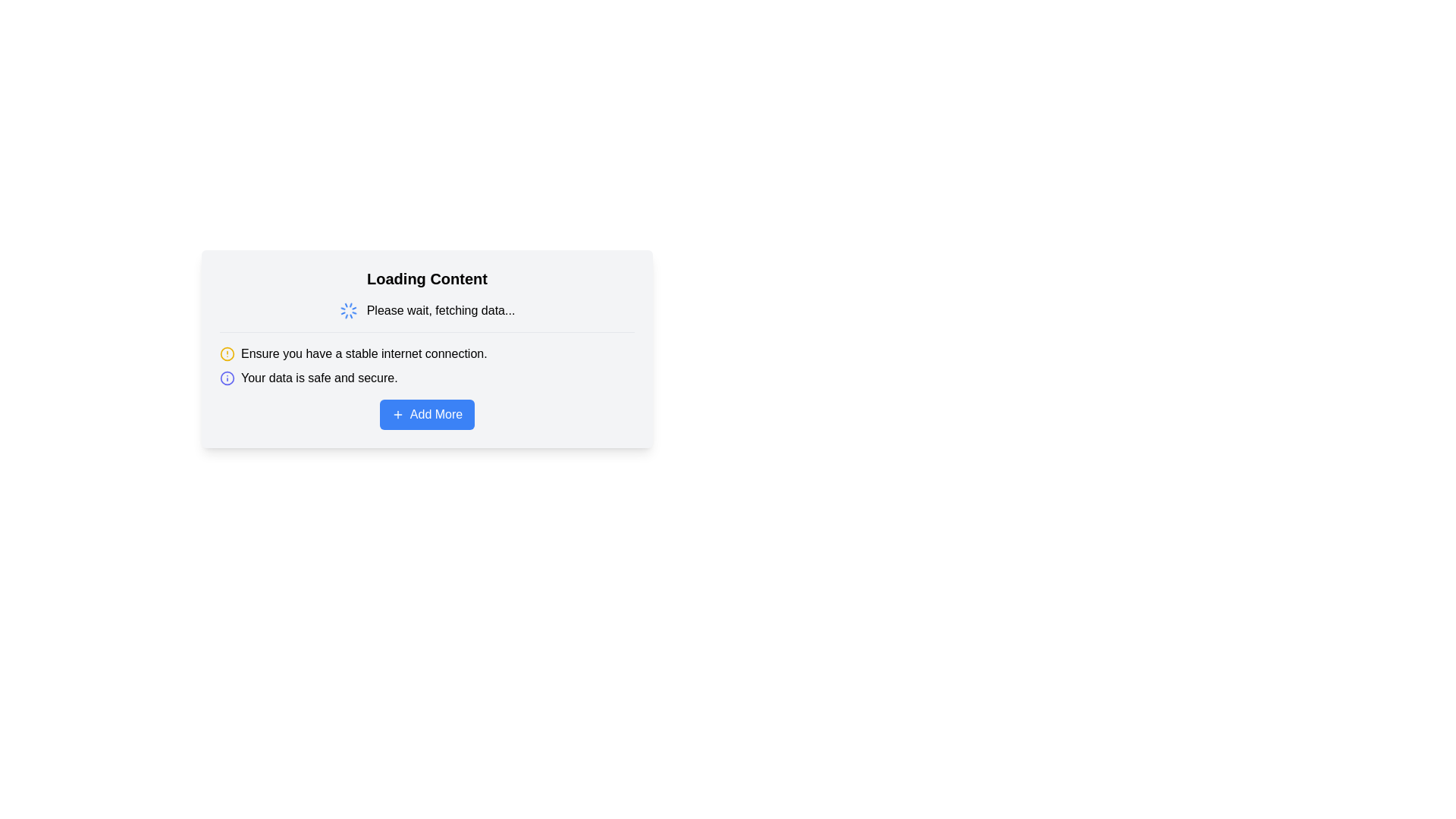 This screenshot has height=819, width=1456. I want to click on the text elements within the informational panel card that has a light gray background and a prominent blue button labeled 'Add More', so click(426, 349).